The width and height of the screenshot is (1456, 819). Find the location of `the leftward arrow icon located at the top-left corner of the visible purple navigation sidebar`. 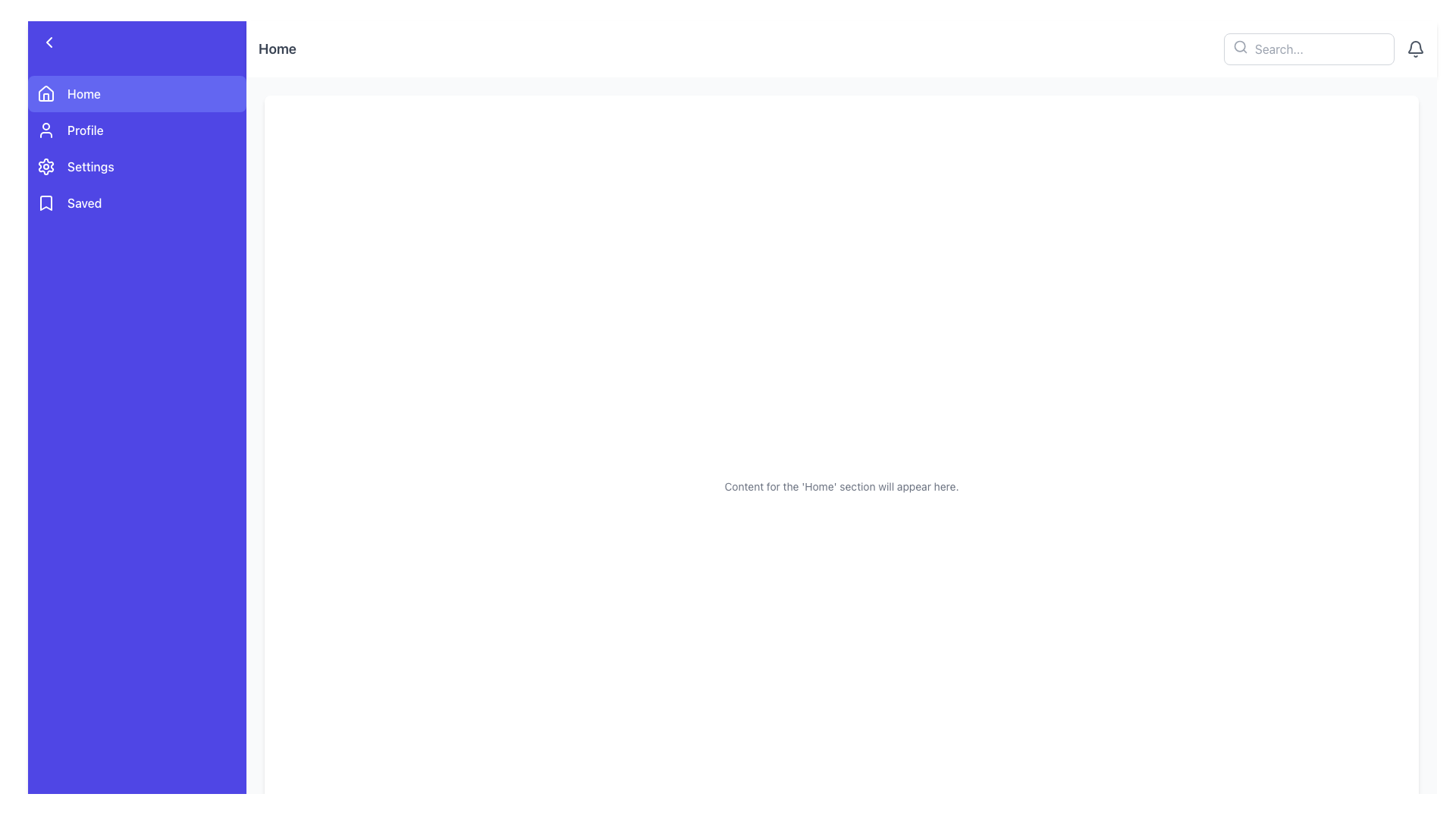

the leftward arrow icon located at the top-left corner of the visible purple navigation sidebar is located at coordinates (49, 42).